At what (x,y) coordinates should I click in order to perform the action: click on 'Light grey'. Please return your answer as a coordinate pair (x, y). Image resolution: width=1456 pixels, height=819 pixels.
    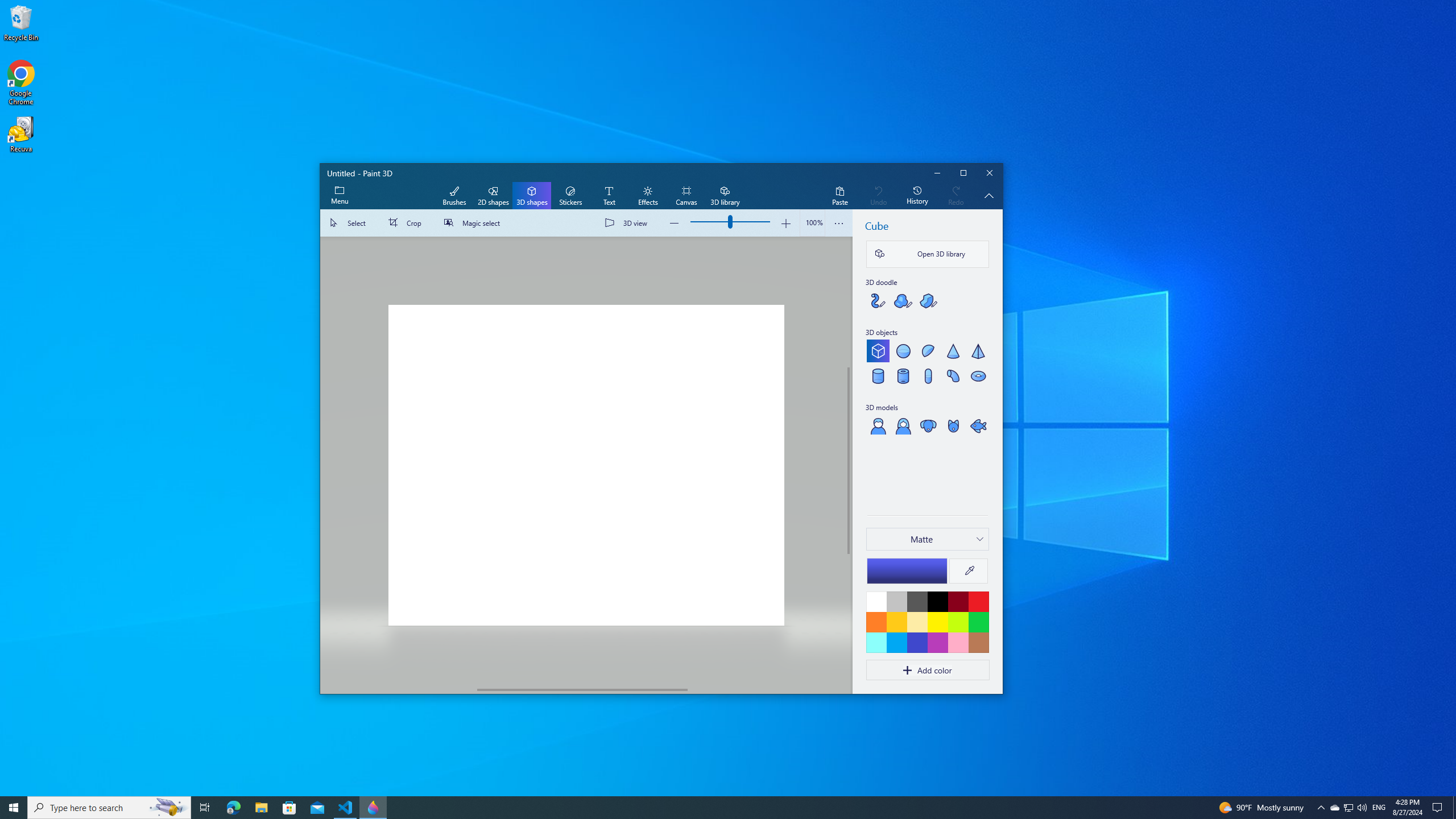
    Looking at the image, I should click on (896, 601).